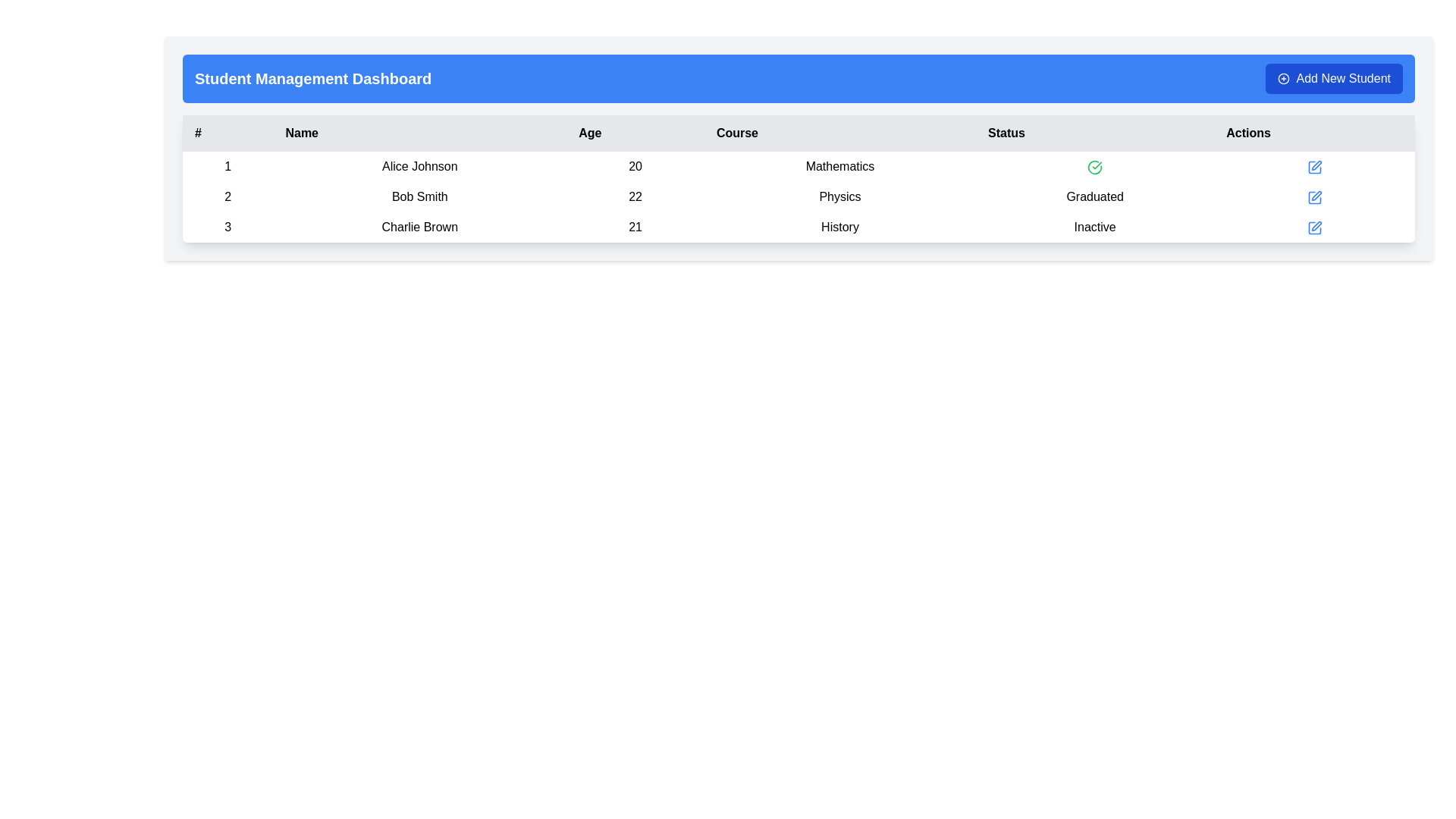  Describe the element at coordinates (1316, 165) in the screenshot. I see `the pen-like icon button in the 'Actions' column of the student table for 'Bob Smith'` at that location.